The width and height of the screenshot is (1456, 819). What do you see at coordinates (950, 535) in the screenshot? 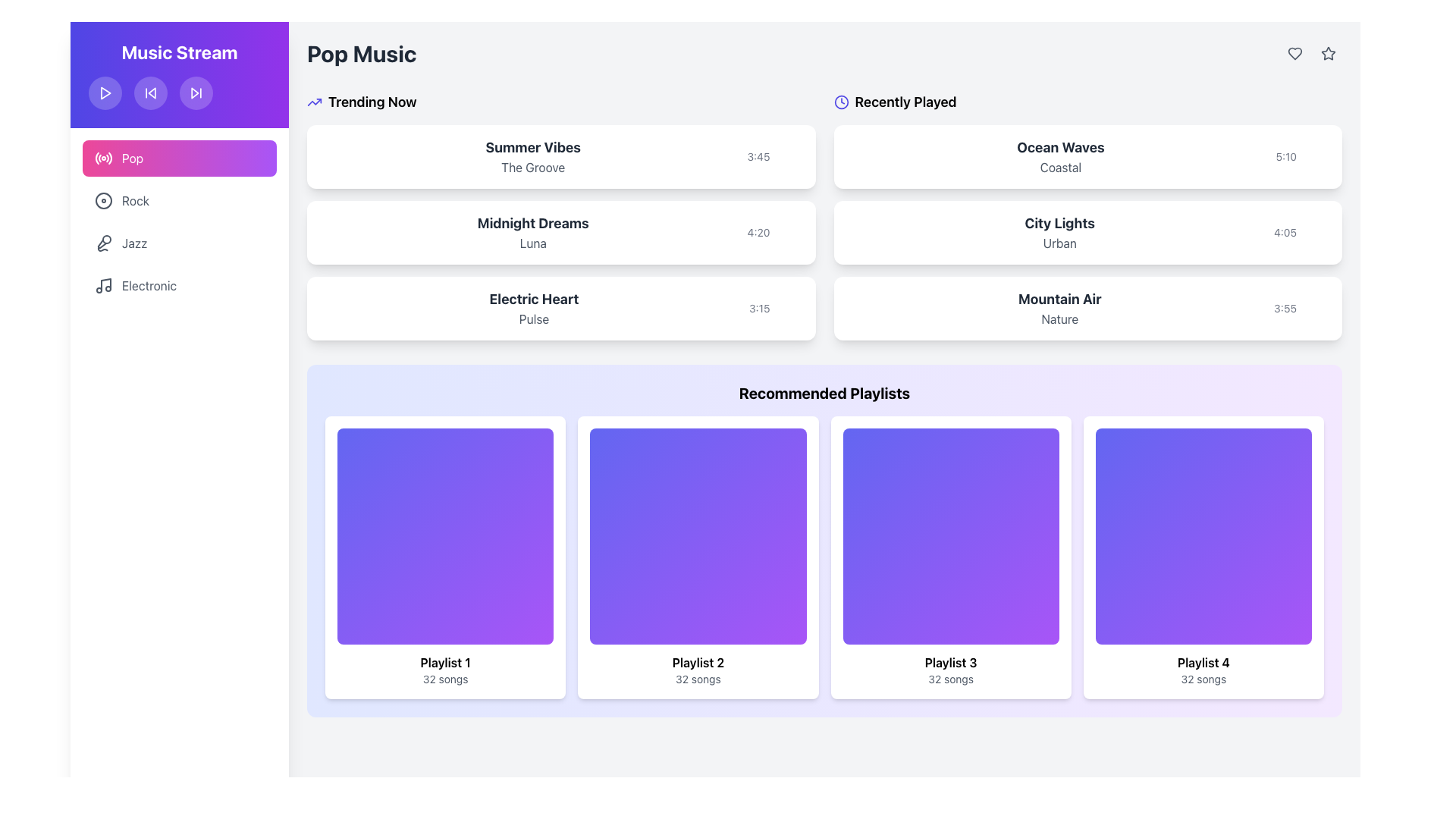
I see `the Decorative gradient tile, which is a square tile with rounded corners, featuring a gradient from indigo to purple, located in the 'Recommended Playlists' section under 'Playlist 3'` at bounding box center [950, 535].